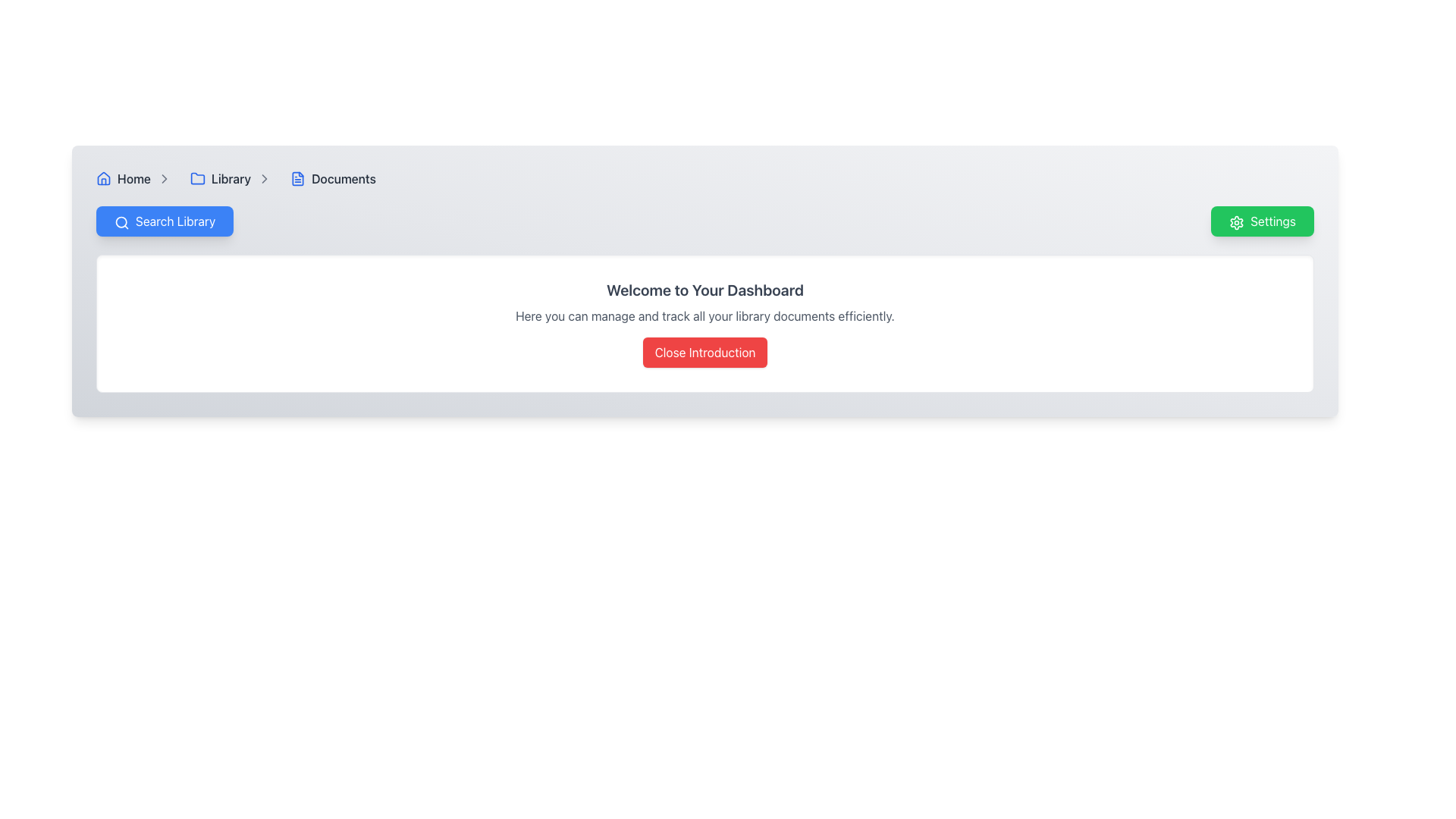  I want to click on the folder icon with a blue outline located next to the text 'Library', so click(196, 177).